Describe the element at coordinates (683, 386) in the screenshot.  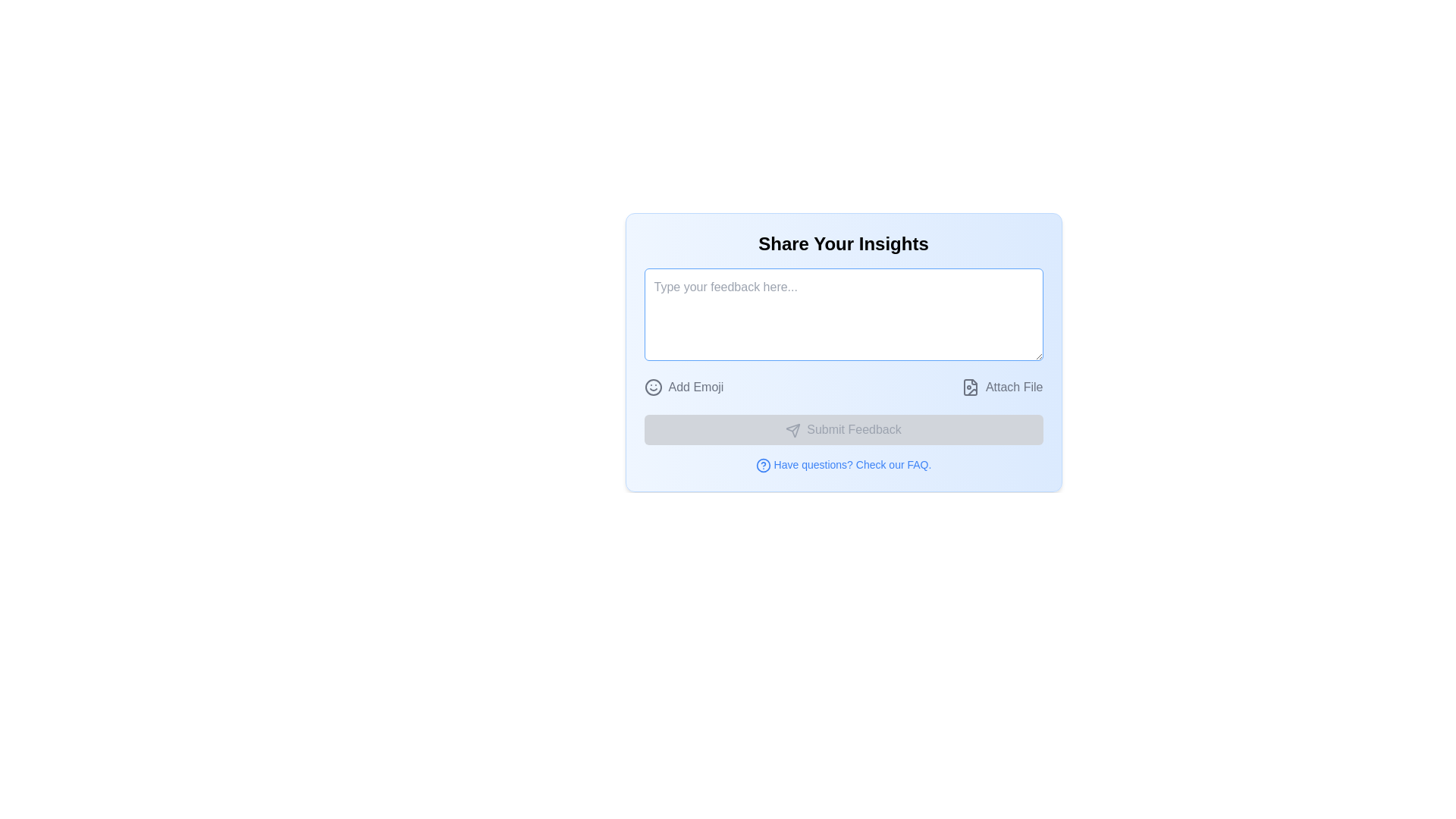
I see `the emoji indicator icon located at the bottom left section of the 'Share Your Insights' panel to initiate adding emojis` at that location.